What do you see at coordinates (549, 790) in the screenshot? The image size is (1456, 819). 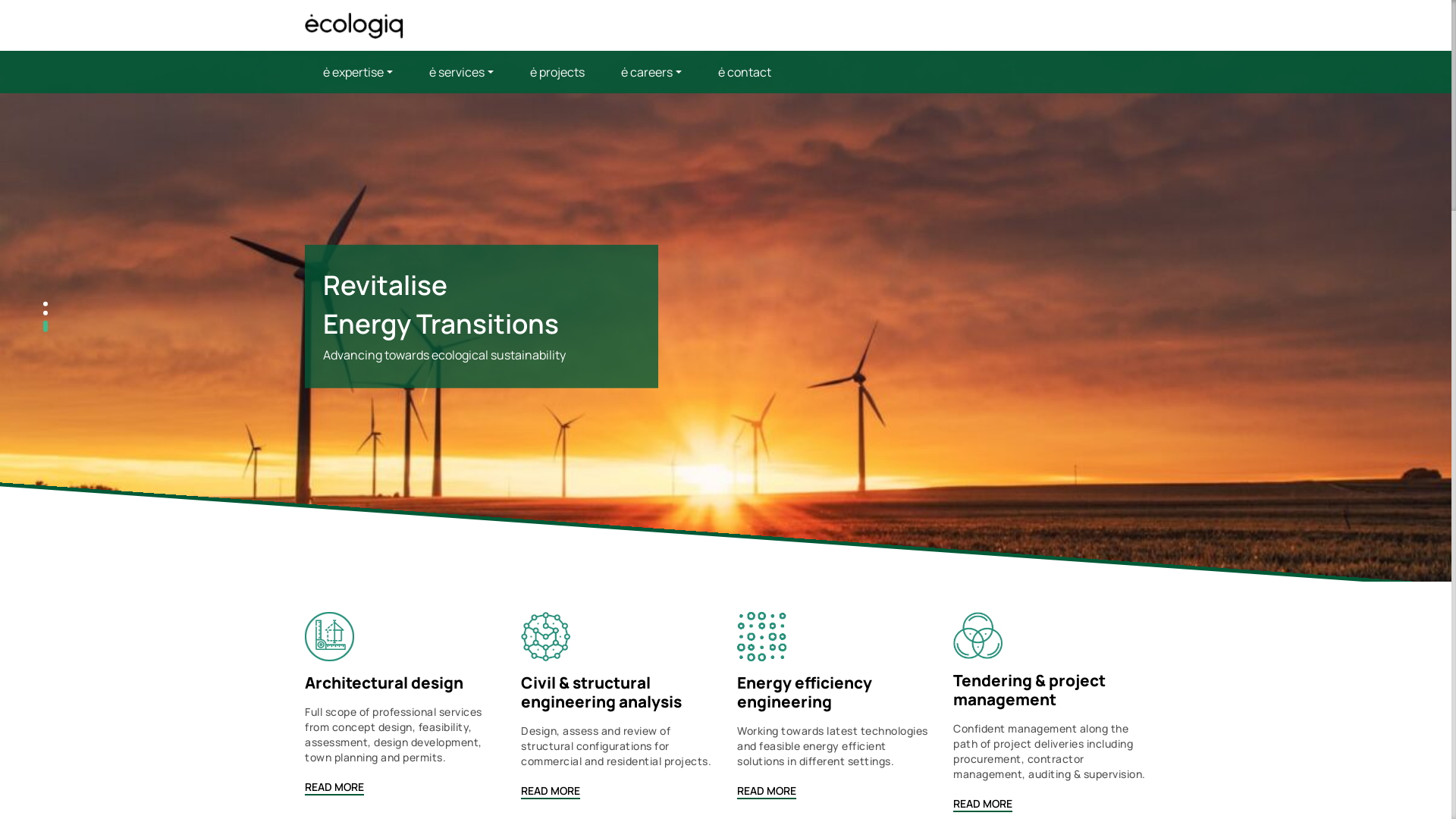 I see `'READ MORE'` at bounding box center [549, 790].